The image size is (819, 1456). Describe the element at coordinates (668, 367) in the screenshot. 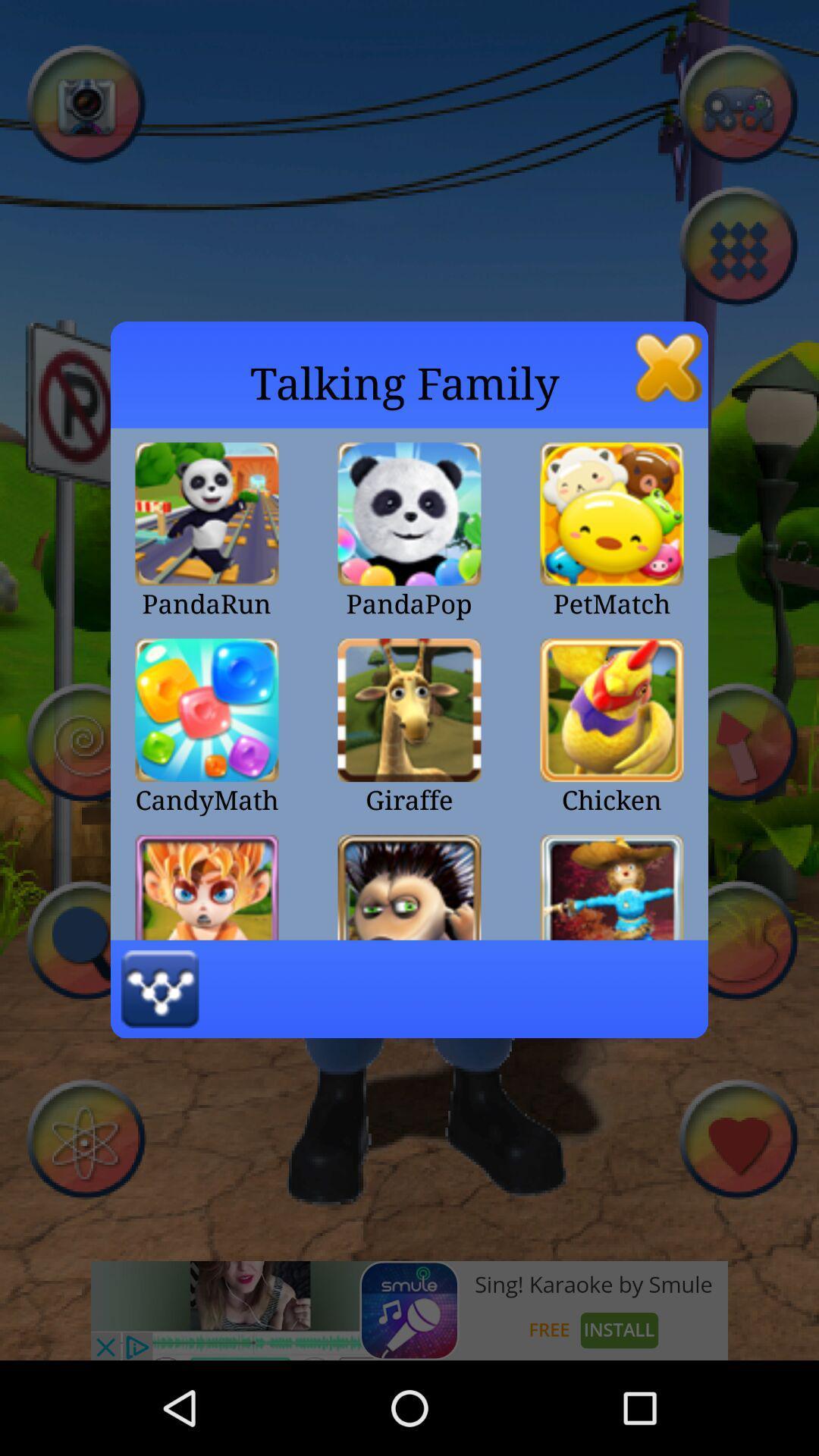

I see `the app to the right of the talking family icon` at that location.